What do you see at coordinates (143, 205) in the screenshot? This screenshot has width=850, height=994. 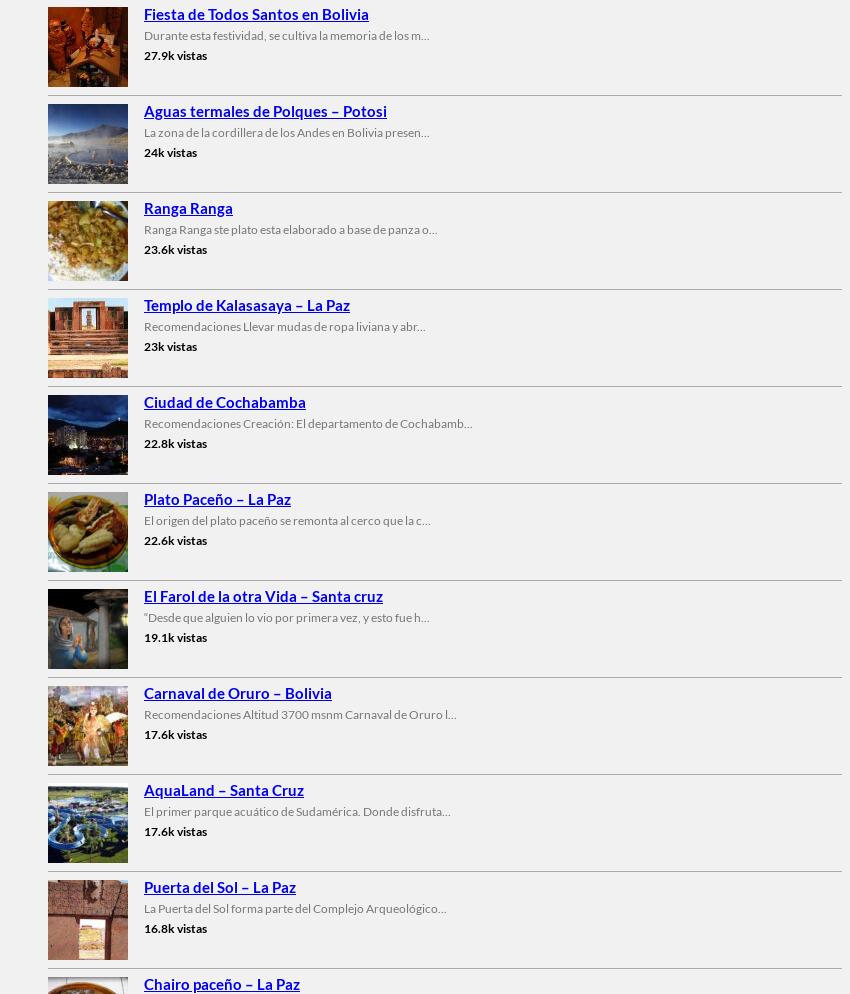 I see `'Ranga Ranga'` at bounding box center [143, 205].